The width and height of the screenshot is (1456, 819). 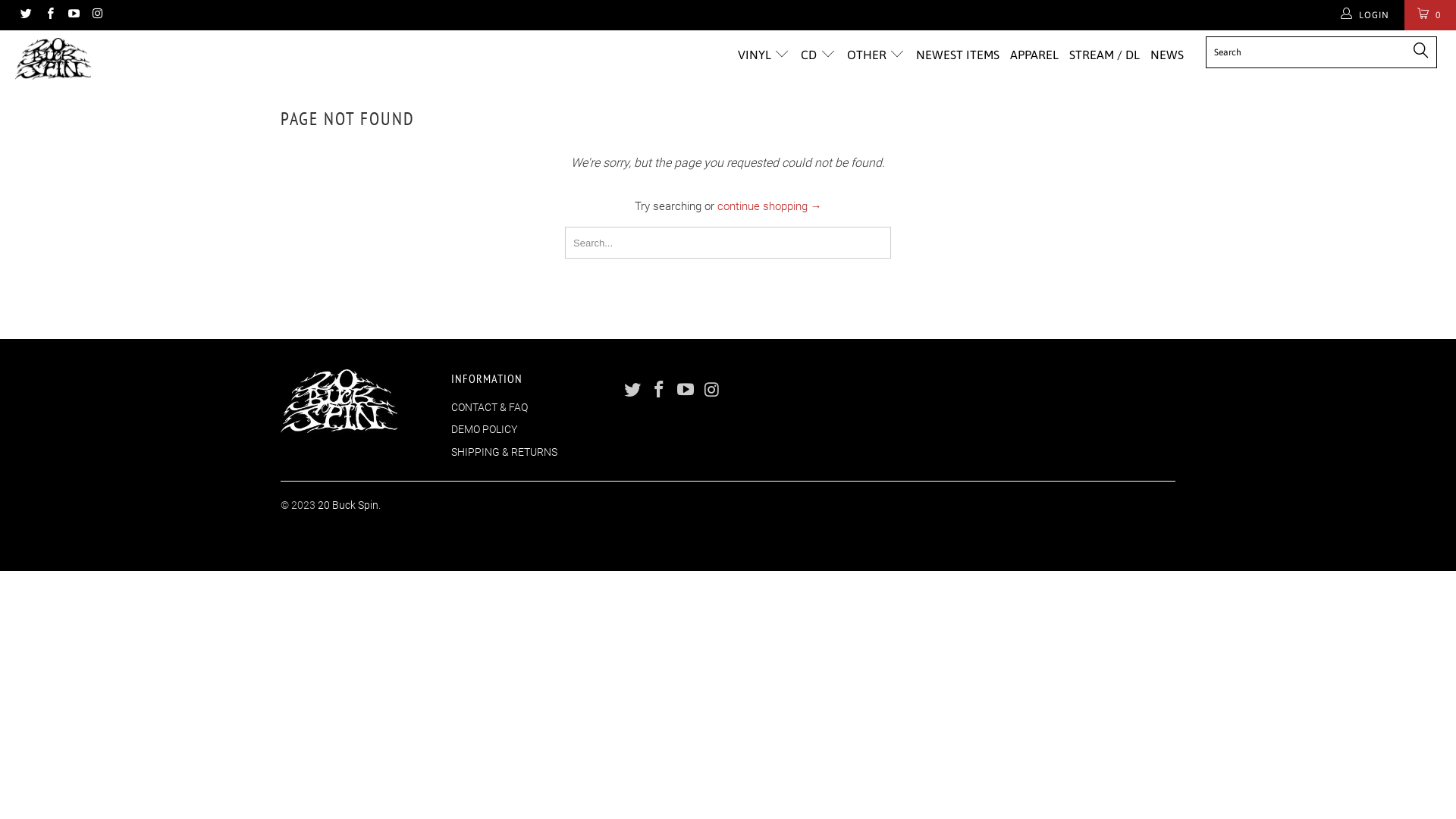 What do you see at coordinates (1033, 54) in the screenshot?
I see `'APPAREL'` at bounding box center [1033, 54].